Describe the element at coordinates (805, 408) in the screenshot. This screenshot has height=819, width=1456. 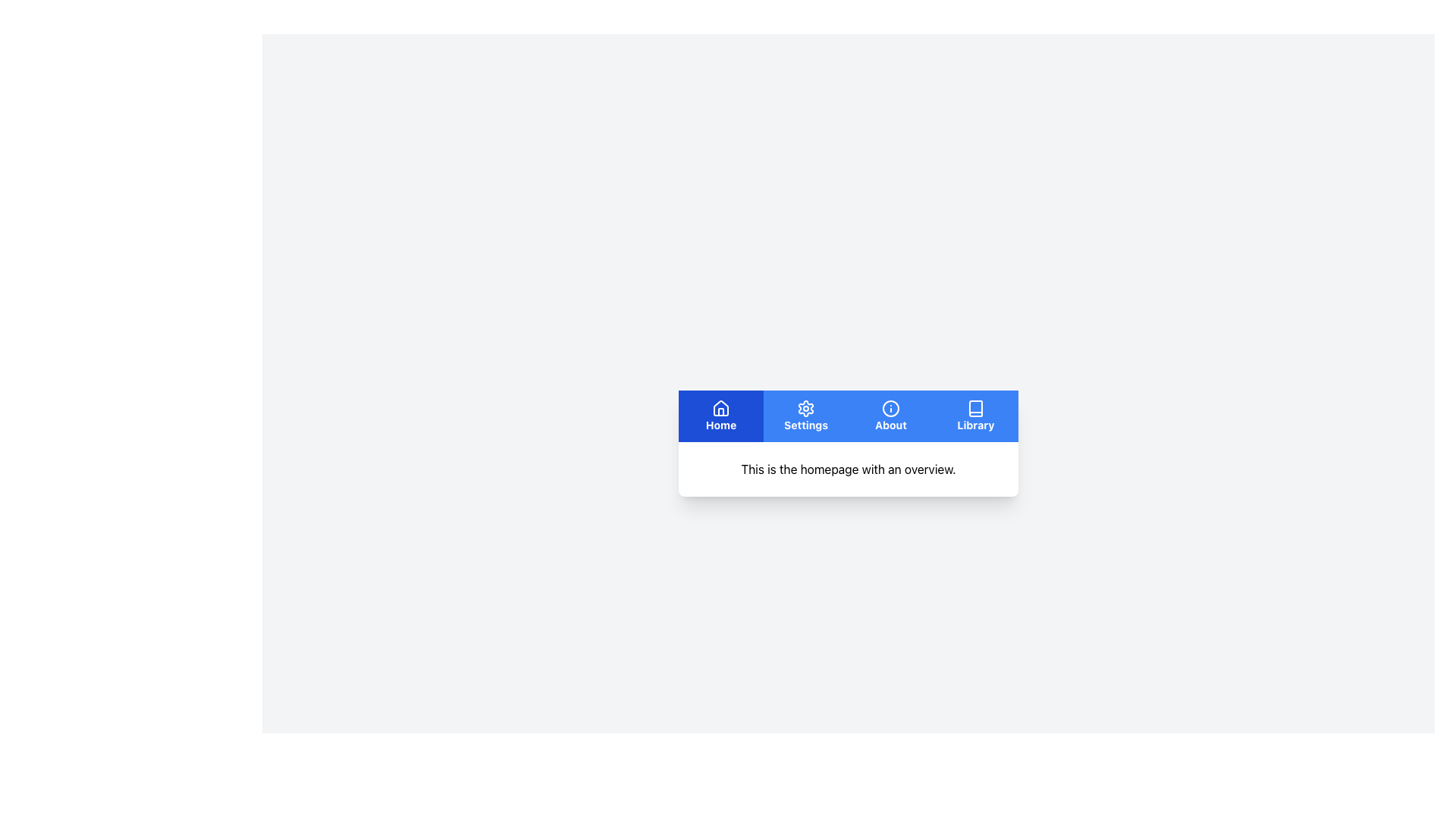
I see `the 'Settings' icon located in the navigation bar at the bottom of the interface` at that location.